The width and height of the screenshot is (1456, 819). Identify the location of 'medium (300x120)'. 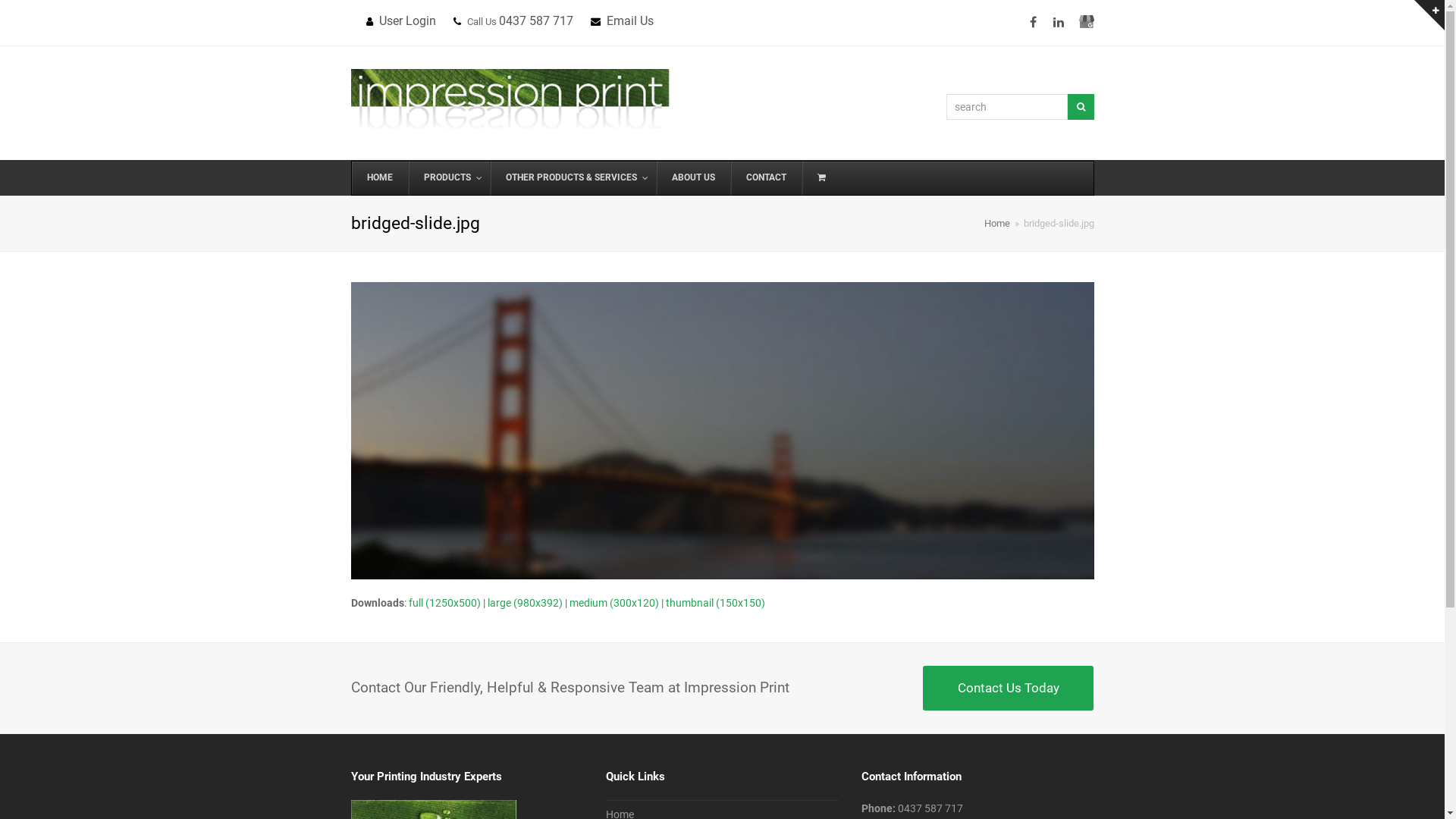
(613, 601).